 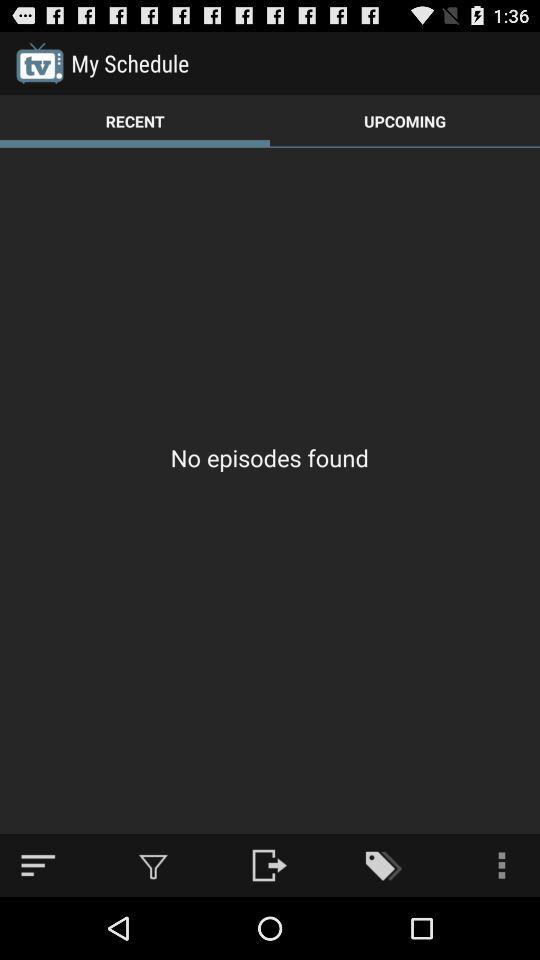 I want to click on icon to the right of the recent item, so click(x=405, y=120).